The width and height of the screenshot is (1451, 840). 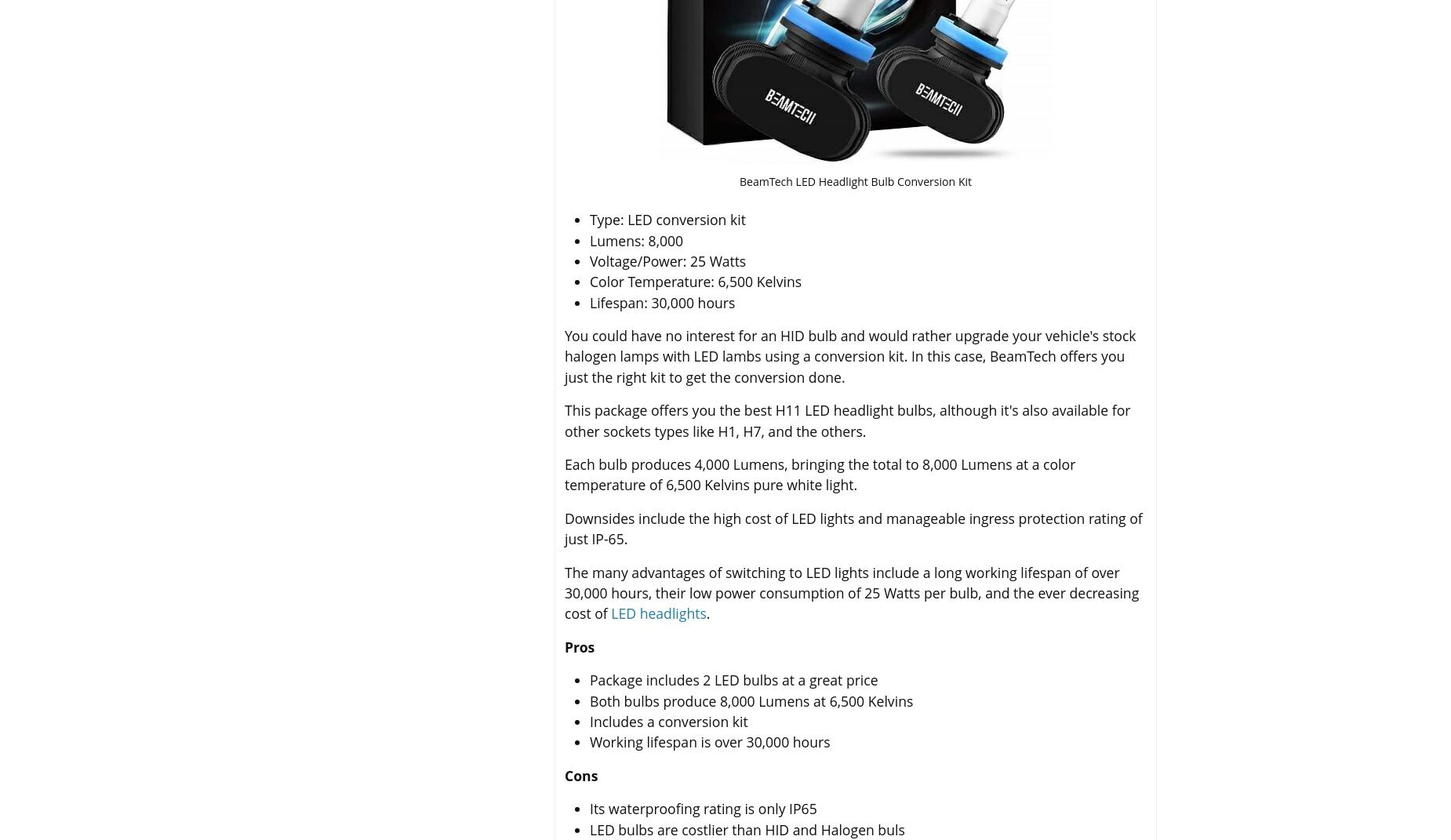 I want to click on 'Type: LED conversion kit', so click(x=667, y=219).